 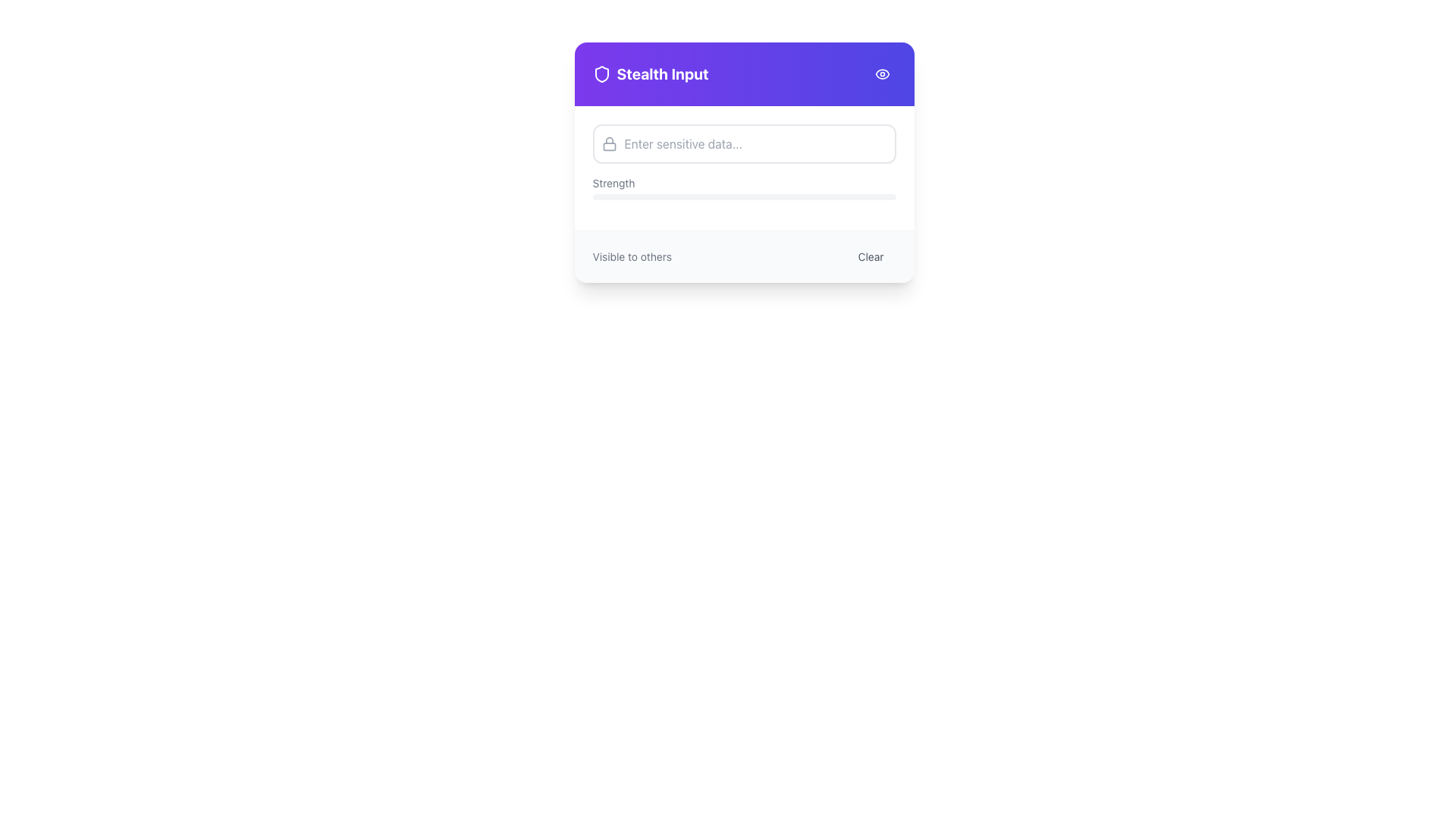 I want to click on the 'Clear' button, which is styled with a smaller font and muted gray color, so click(x=871, y=256).